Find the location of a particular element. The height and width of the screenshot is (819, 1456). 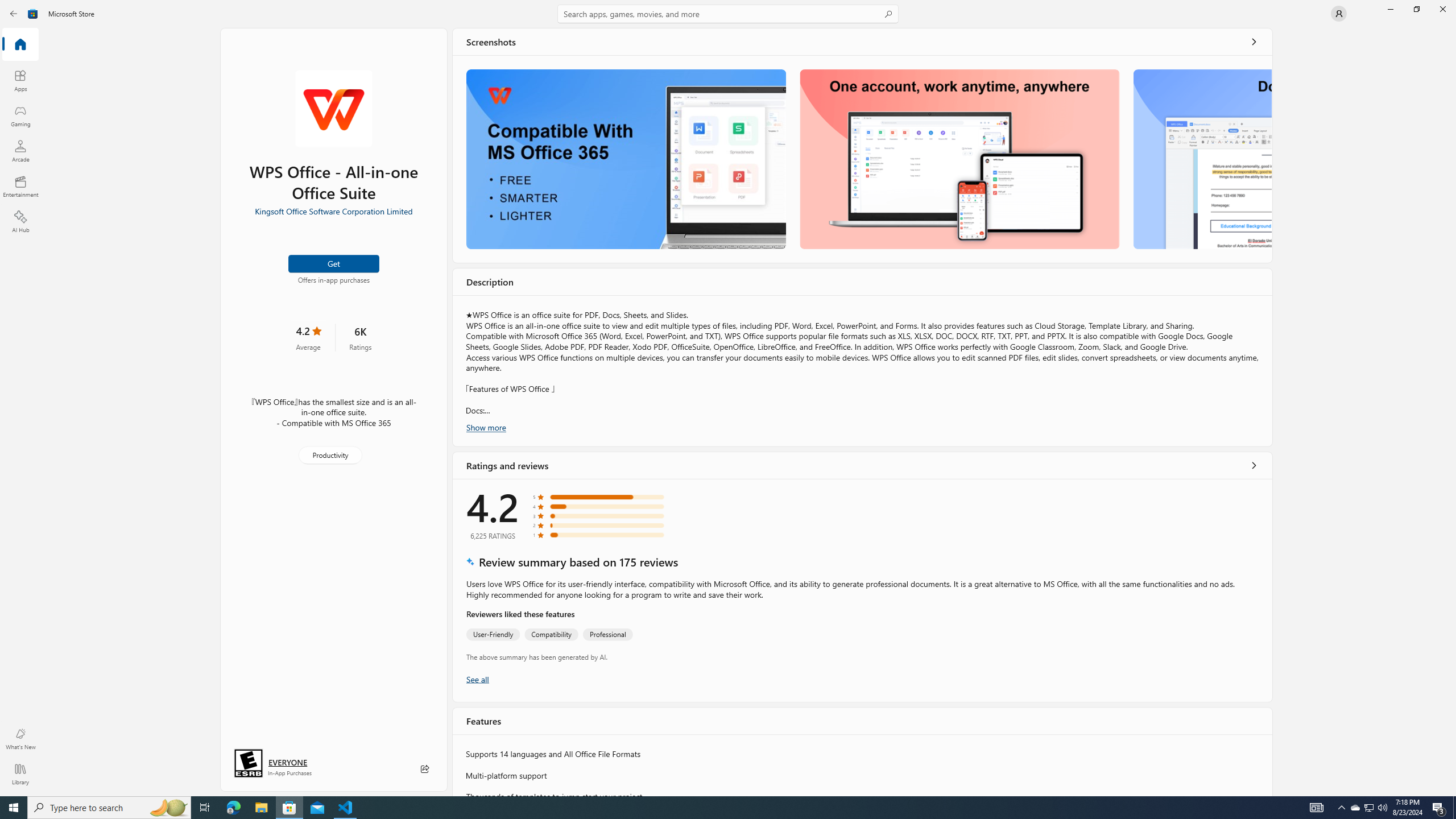

'Back' is located at coordinates (14, 13).